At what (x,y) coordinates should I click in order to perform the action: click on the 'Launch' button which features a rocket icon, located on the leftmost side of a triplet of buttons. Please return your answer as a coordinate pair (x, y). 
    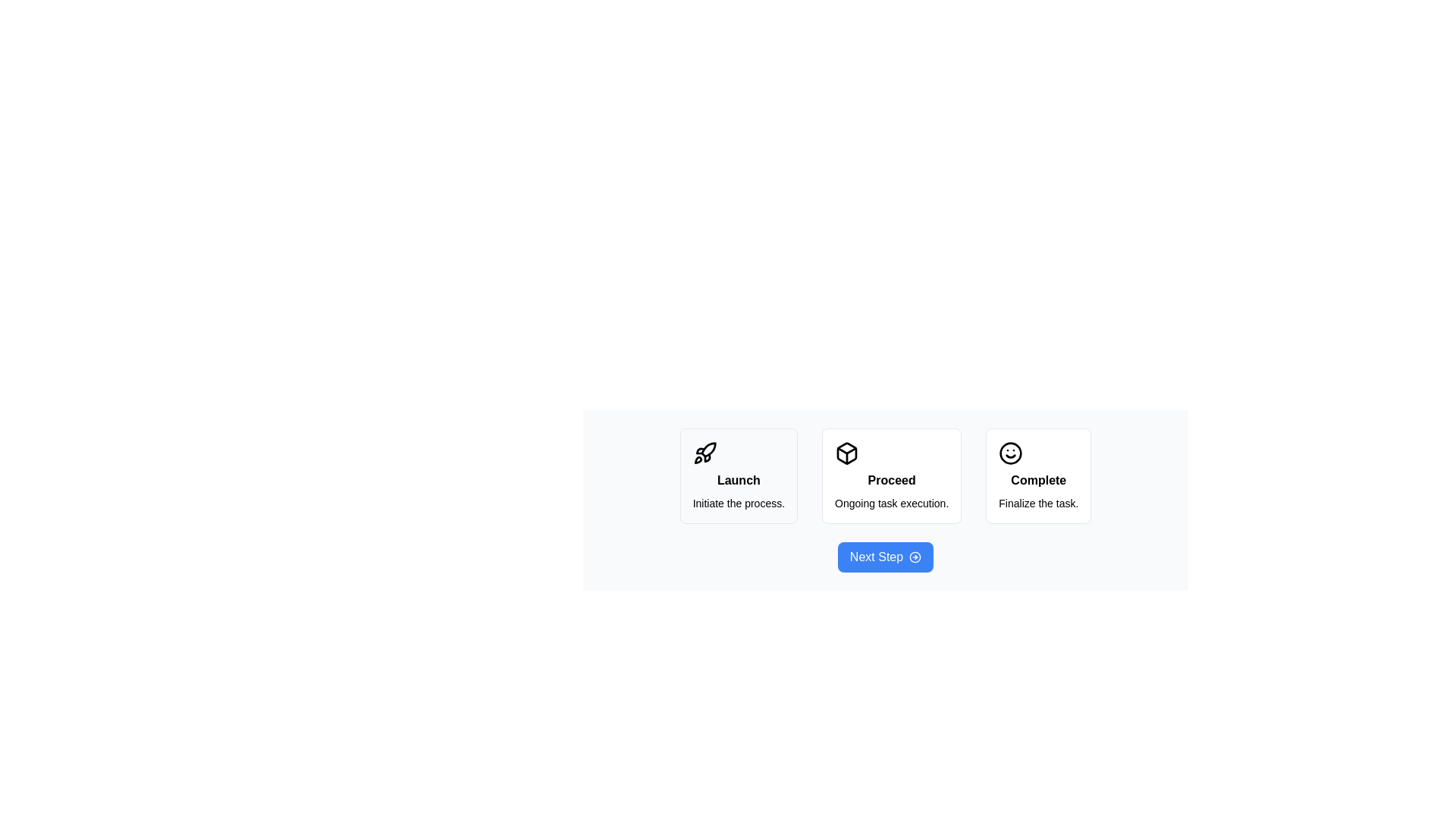
    Looking at the image, I should click on (704, 452).